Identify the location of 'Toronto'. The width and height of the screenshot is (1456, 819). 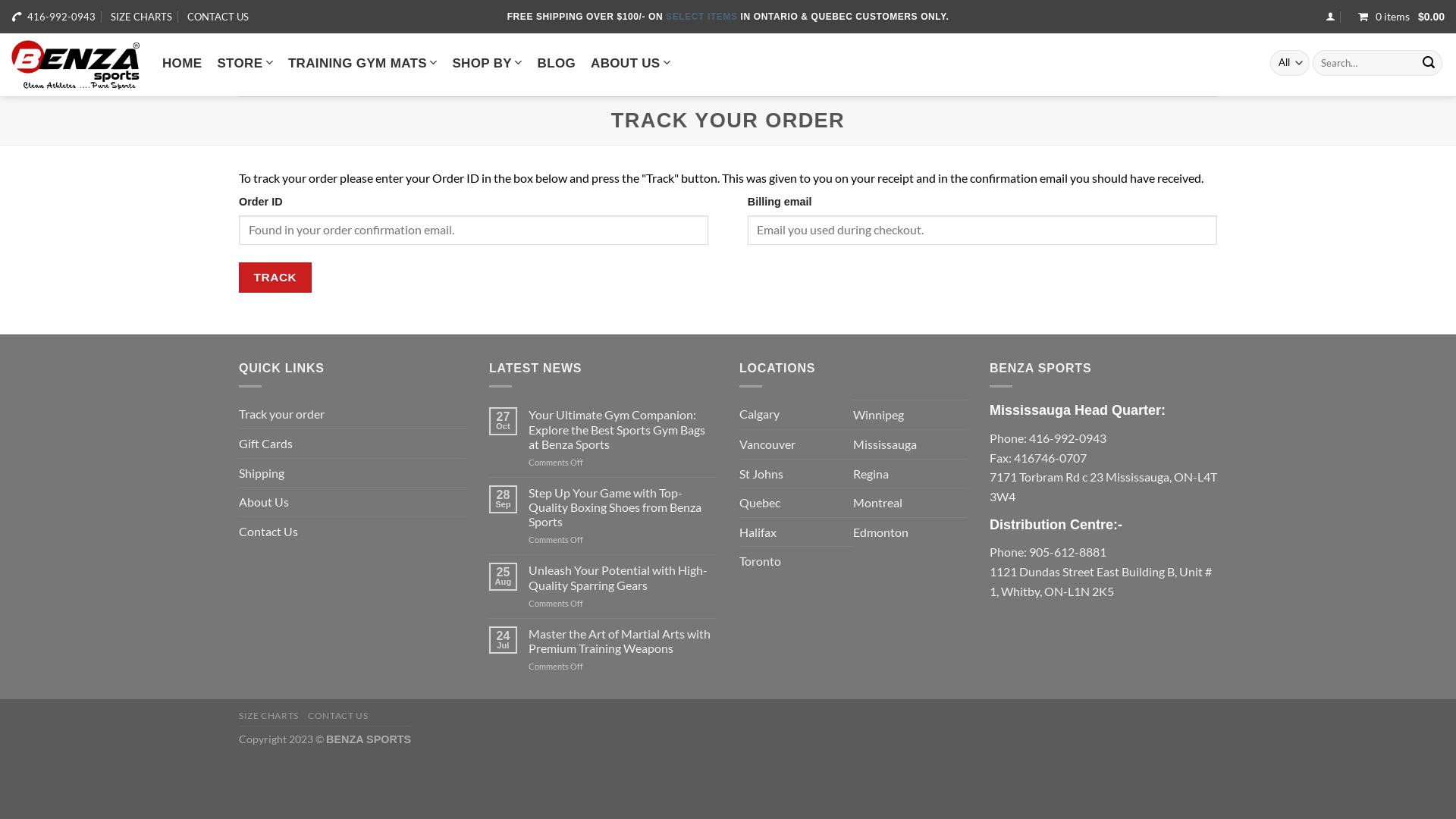
(739, 561).